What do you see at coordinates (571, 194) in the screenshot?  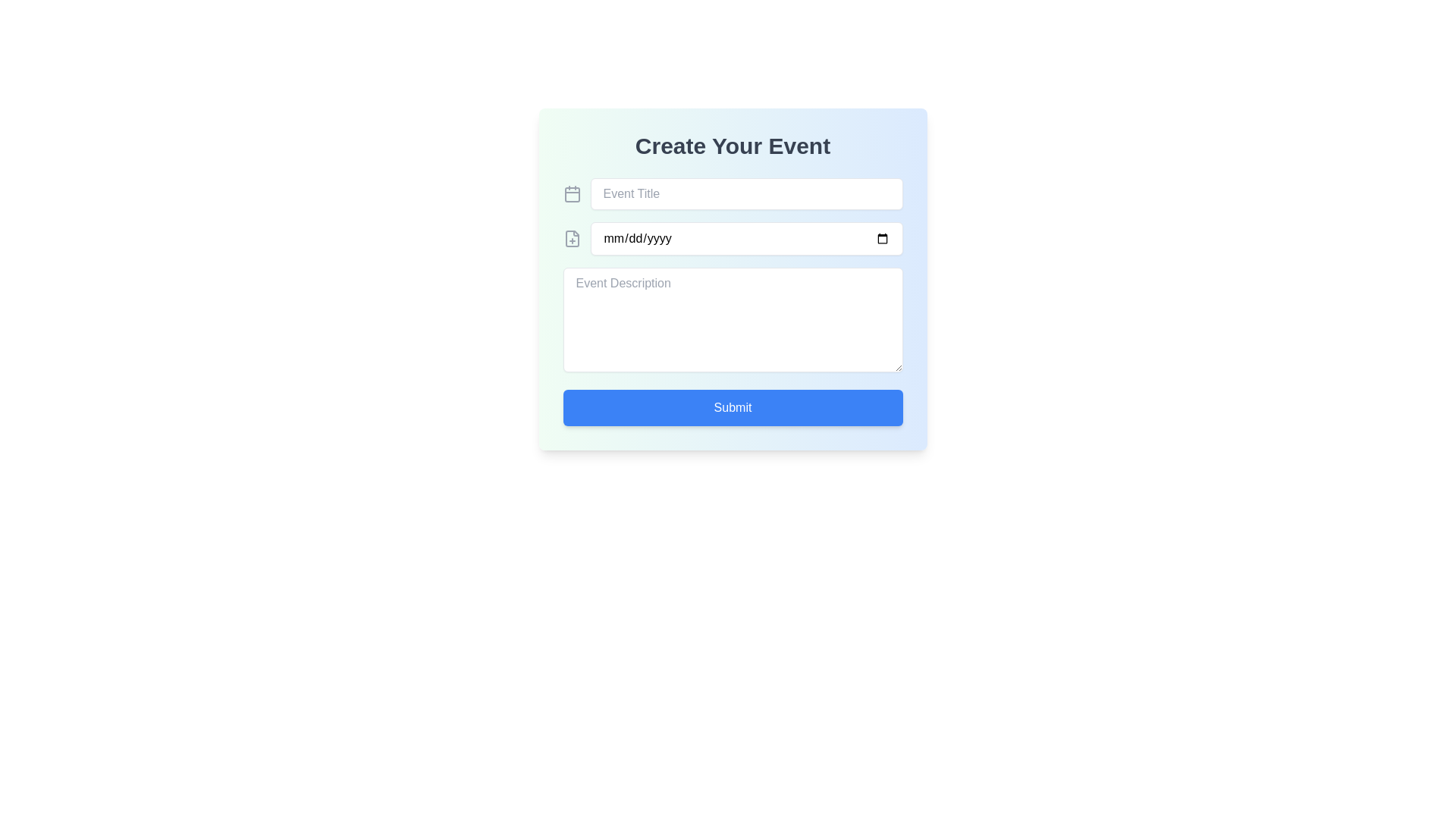 I see `the small rectangle with rounded corners inside the calendar icon in the 'Create Your Event' section, located adjacent to the 'Event Title' input field` at bounding box center [571, 194].